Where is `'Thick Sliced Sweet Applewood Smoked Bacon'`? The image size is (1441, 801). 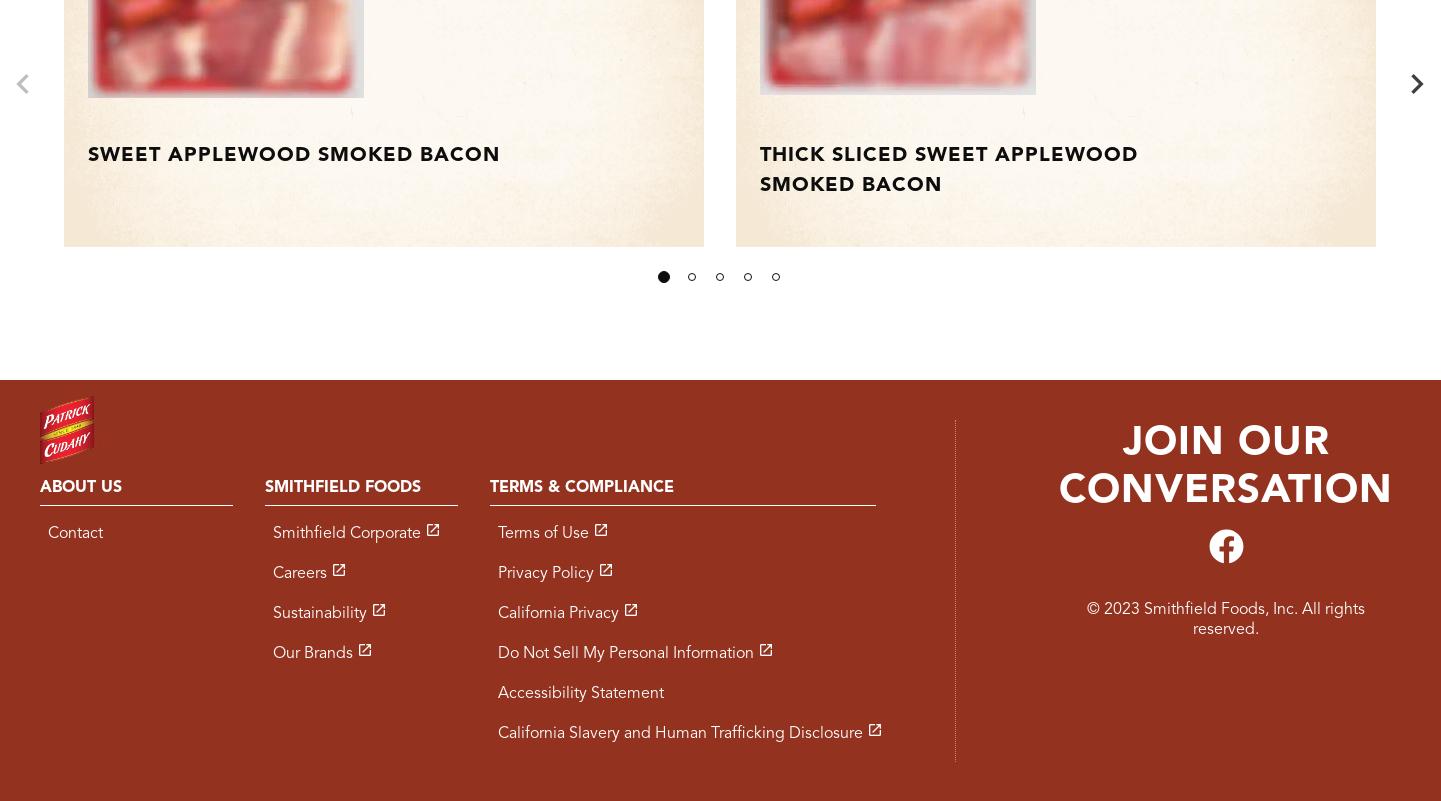 'Thick Sliced Sweet Applewood Smoked Bacon' is located at coordinates (949, 171).